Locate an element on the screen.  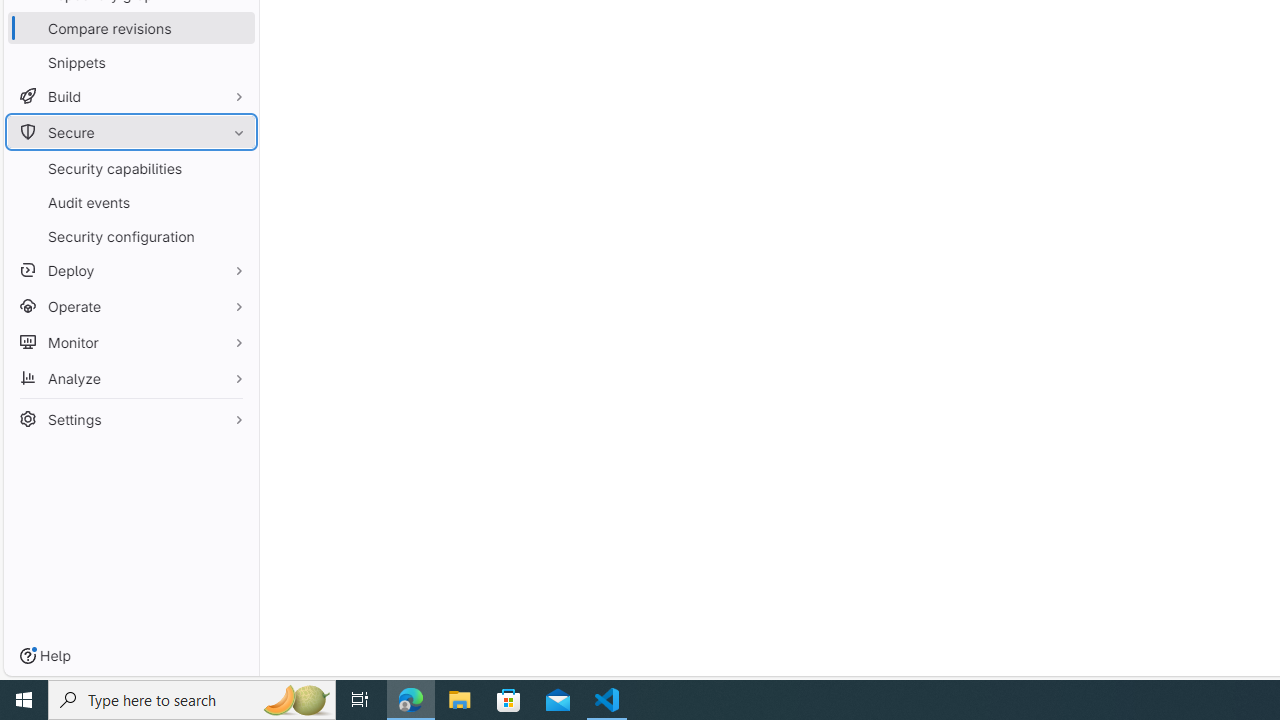
'Build' is located at coordinates (130, 96).